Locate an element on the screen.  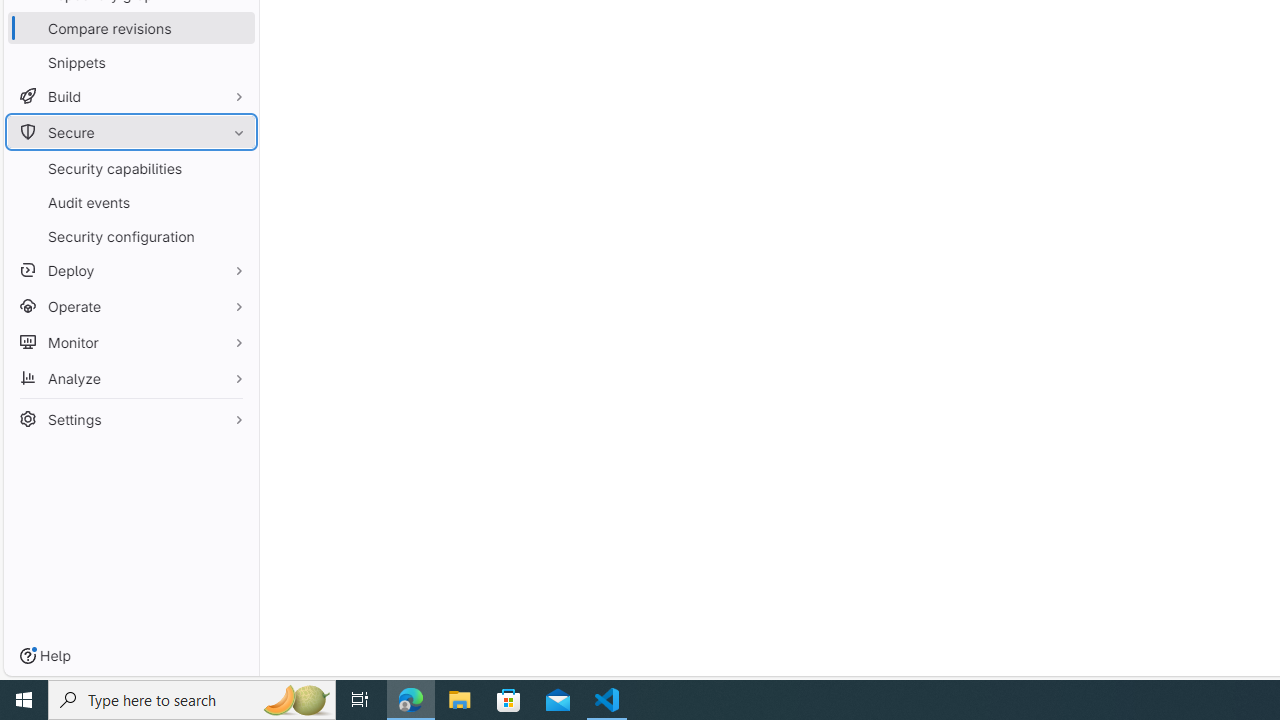
'Build' is located at coordinates (130, 96).